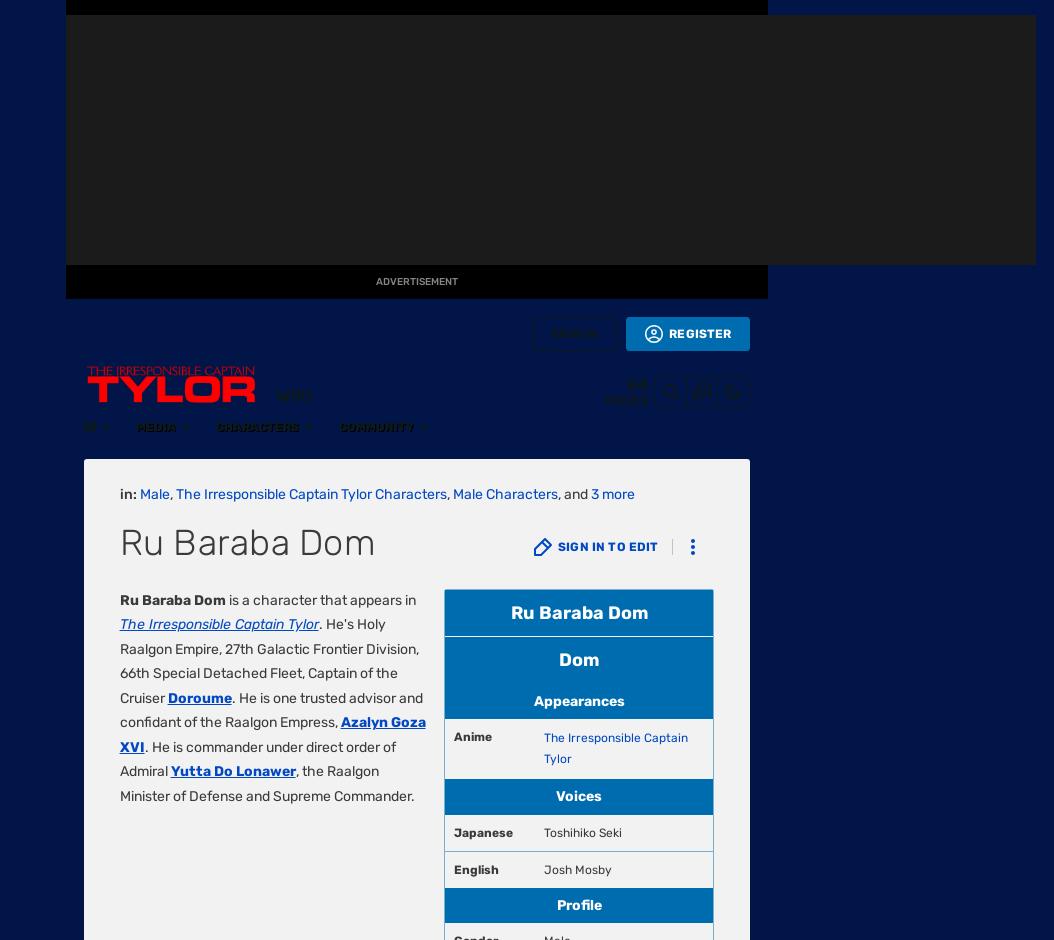  I want to click on 'The Irresponsible Captain Tylor', so click(282, 273).